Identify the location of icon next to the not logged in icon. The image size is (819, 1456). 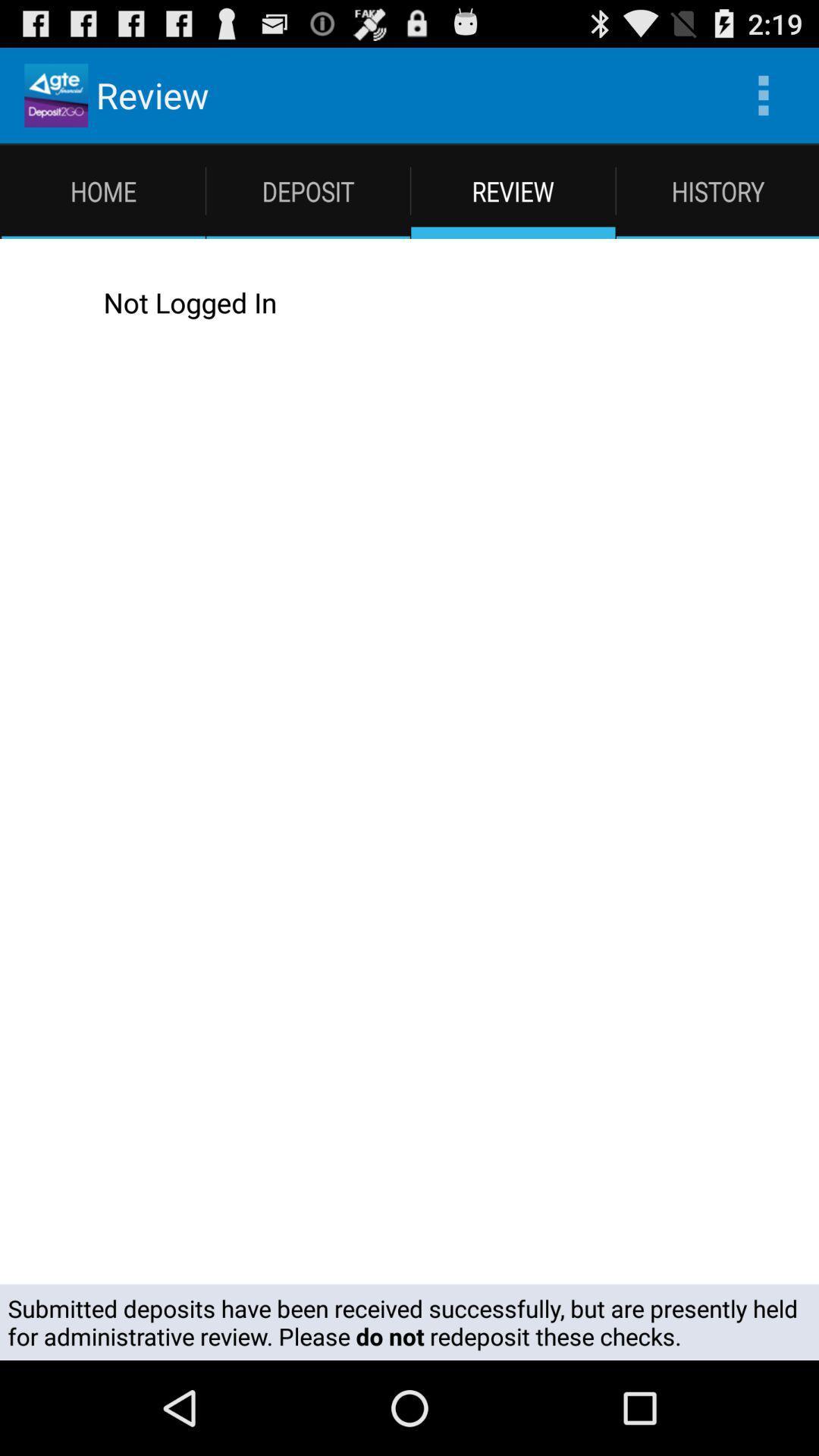
(41, 302).